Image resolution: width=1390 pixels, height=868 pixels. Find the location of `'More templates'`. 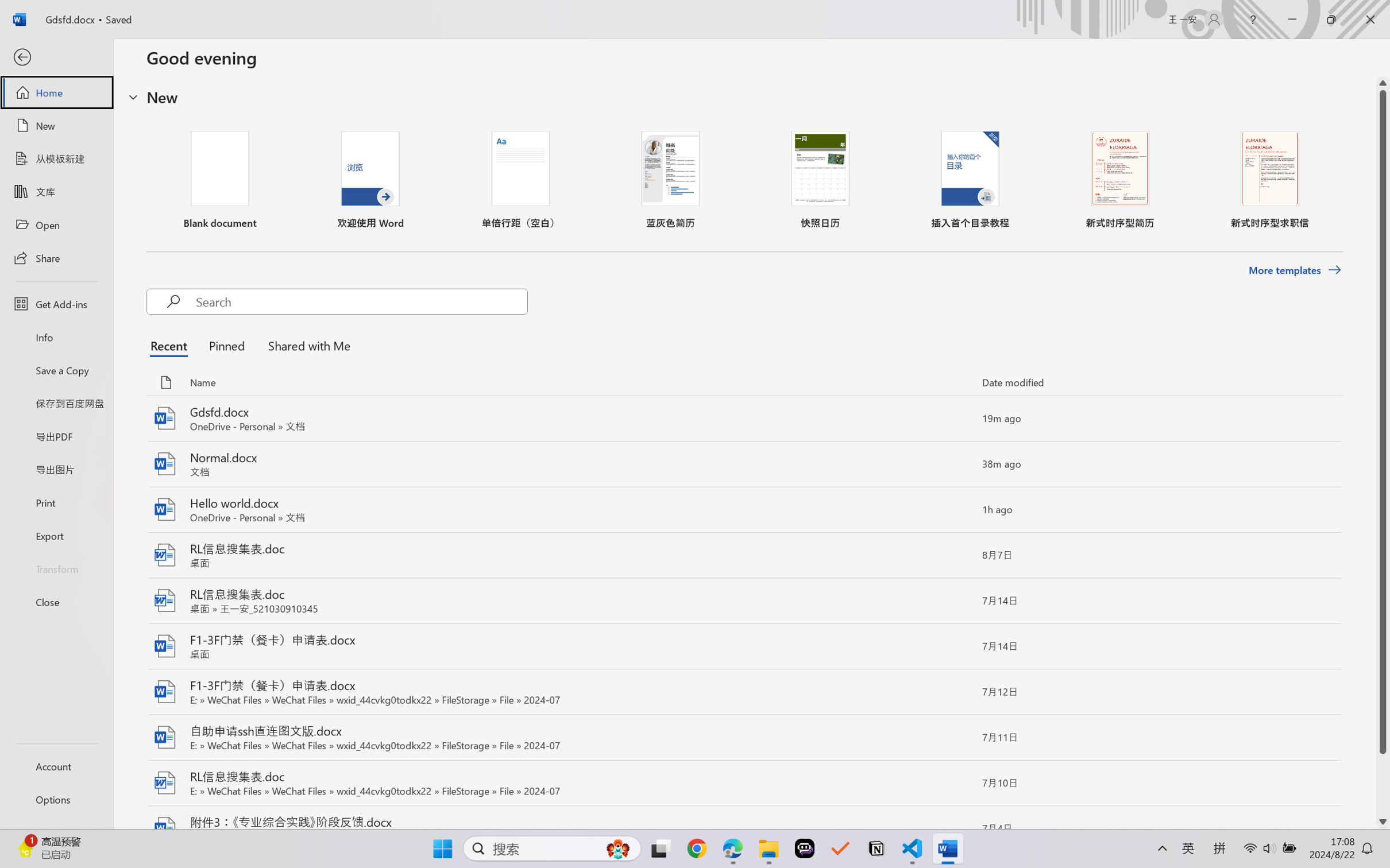

'More templates' is located at coordinates (1294, 270).